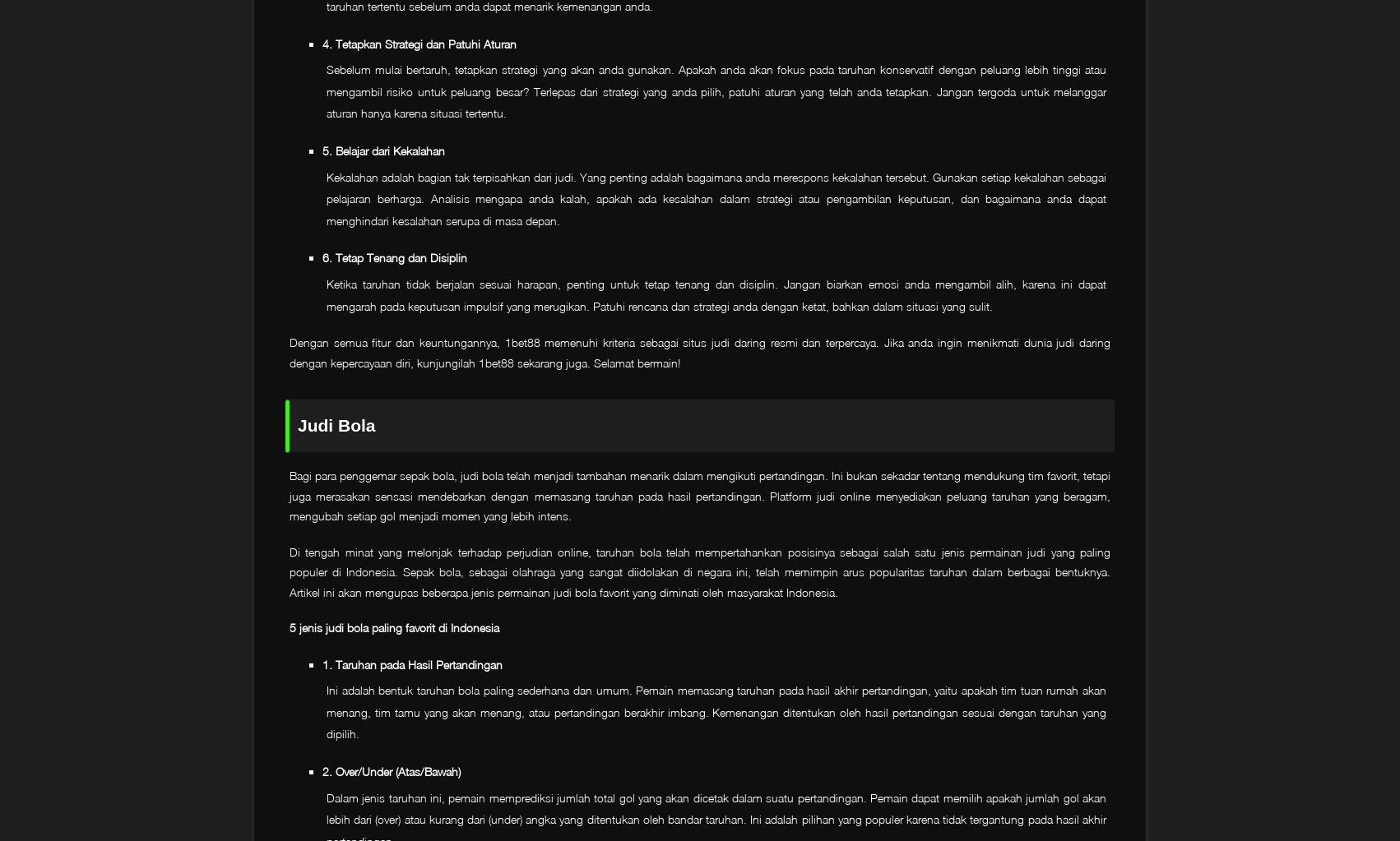  Describe the element at coordinates (700, 494) in the screenshot. I see `'Bagi para penggemar sepak bola, judi bola telah menjadi tambahan menarik dalam mengikuti pertandingan. Ini bukan sekadar tentang mendukung tim favorit, tetapi juga merasakan sensasi mendebarkan dengan memasang taruhan pada hasil pertandingan. Platform judi online menyediakan peluang taruhan yang beragam, mengubah setiap gol menjadi momen yang lebih intens.'` at that location.